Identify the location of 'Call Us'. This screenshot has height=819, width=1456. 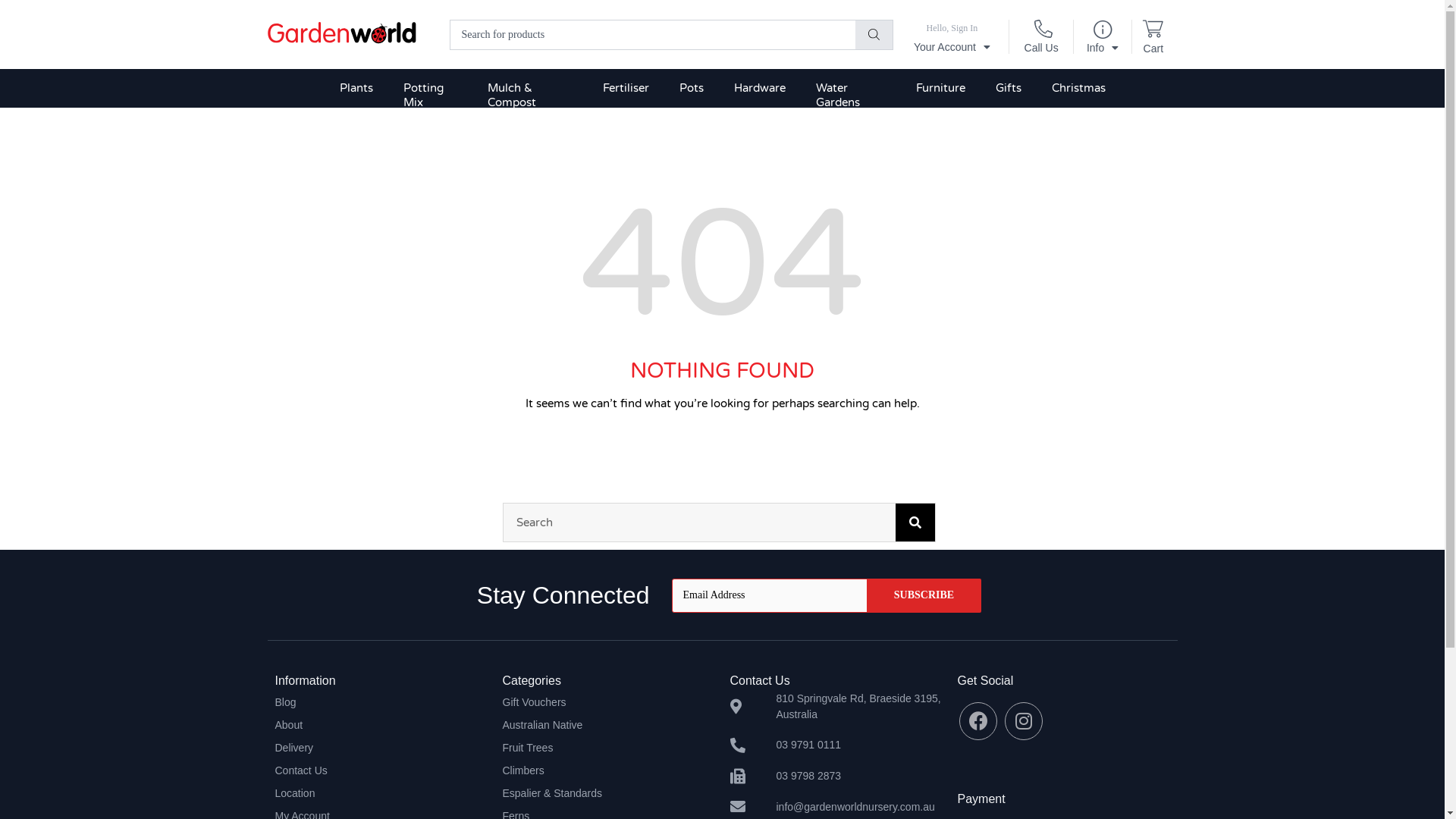
(1040, 42).